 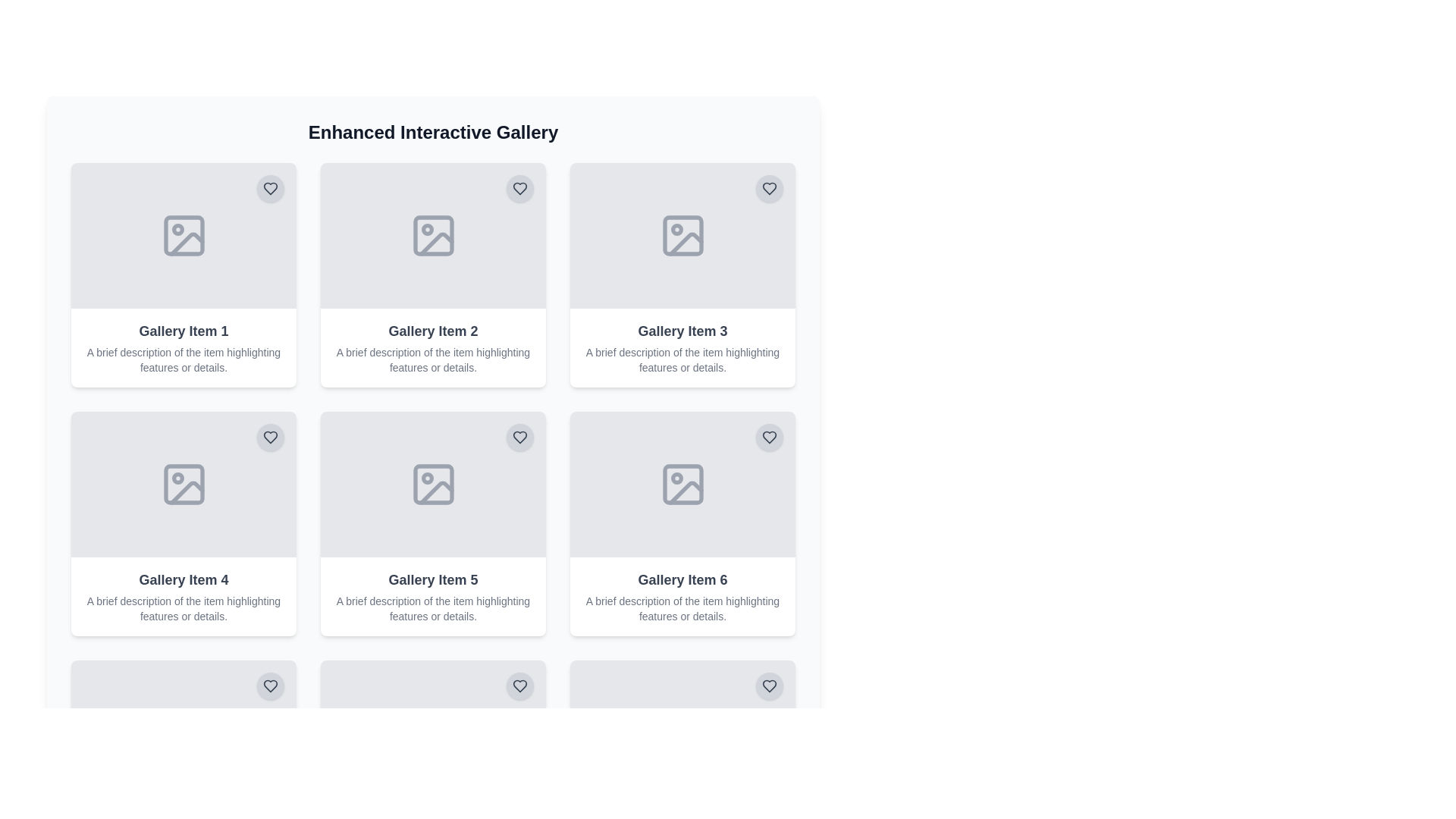 I want to click on the favorite button located in the top-right corner of the 'Gallery Item 5' card to mark the item as favorite, so click(x=520, y=438).